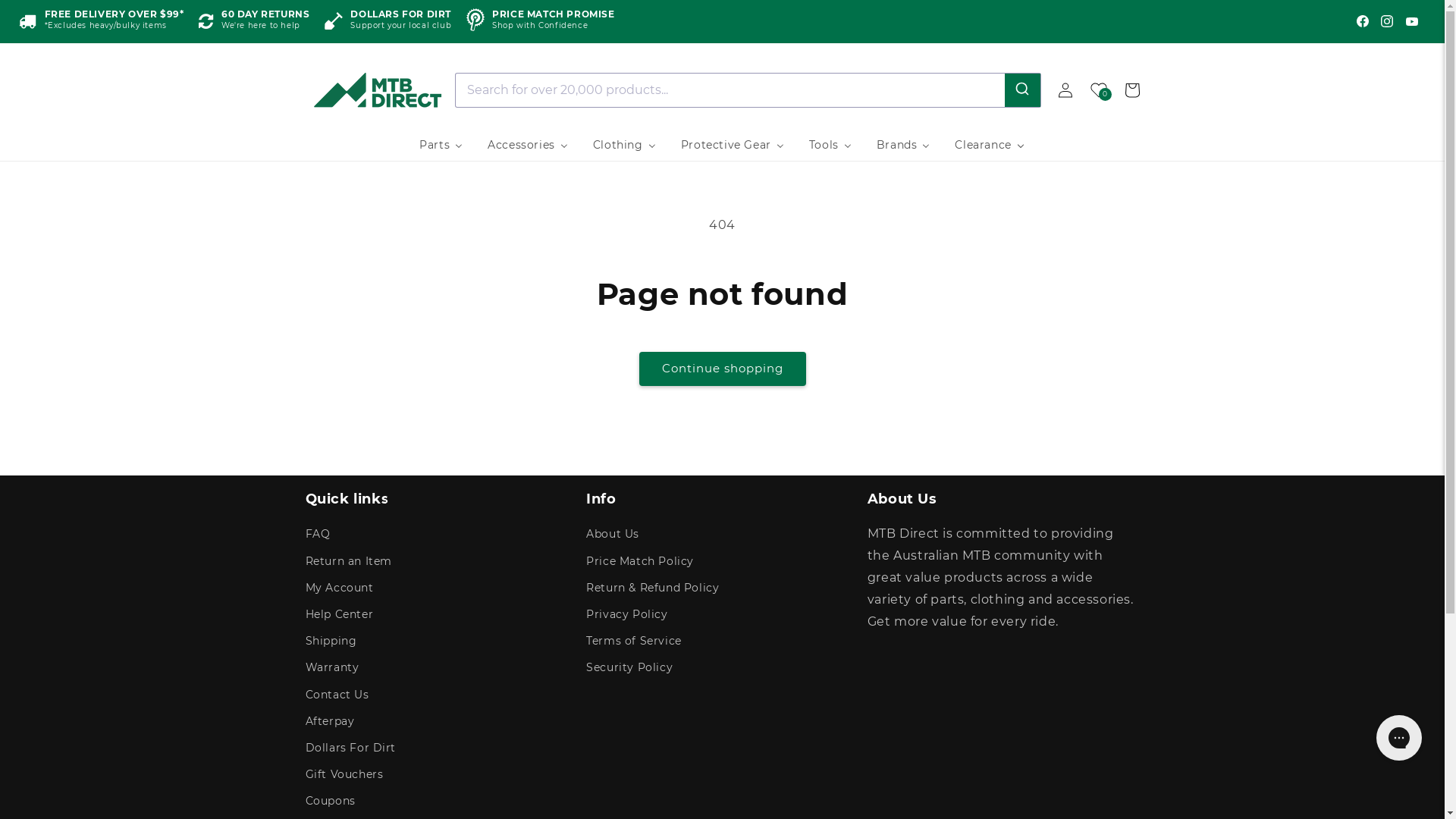 This screenshot has width=1456, height=819. Describe the element at coordinates (304, 535) in the screenshot. I see `'FAQ'` at that location.